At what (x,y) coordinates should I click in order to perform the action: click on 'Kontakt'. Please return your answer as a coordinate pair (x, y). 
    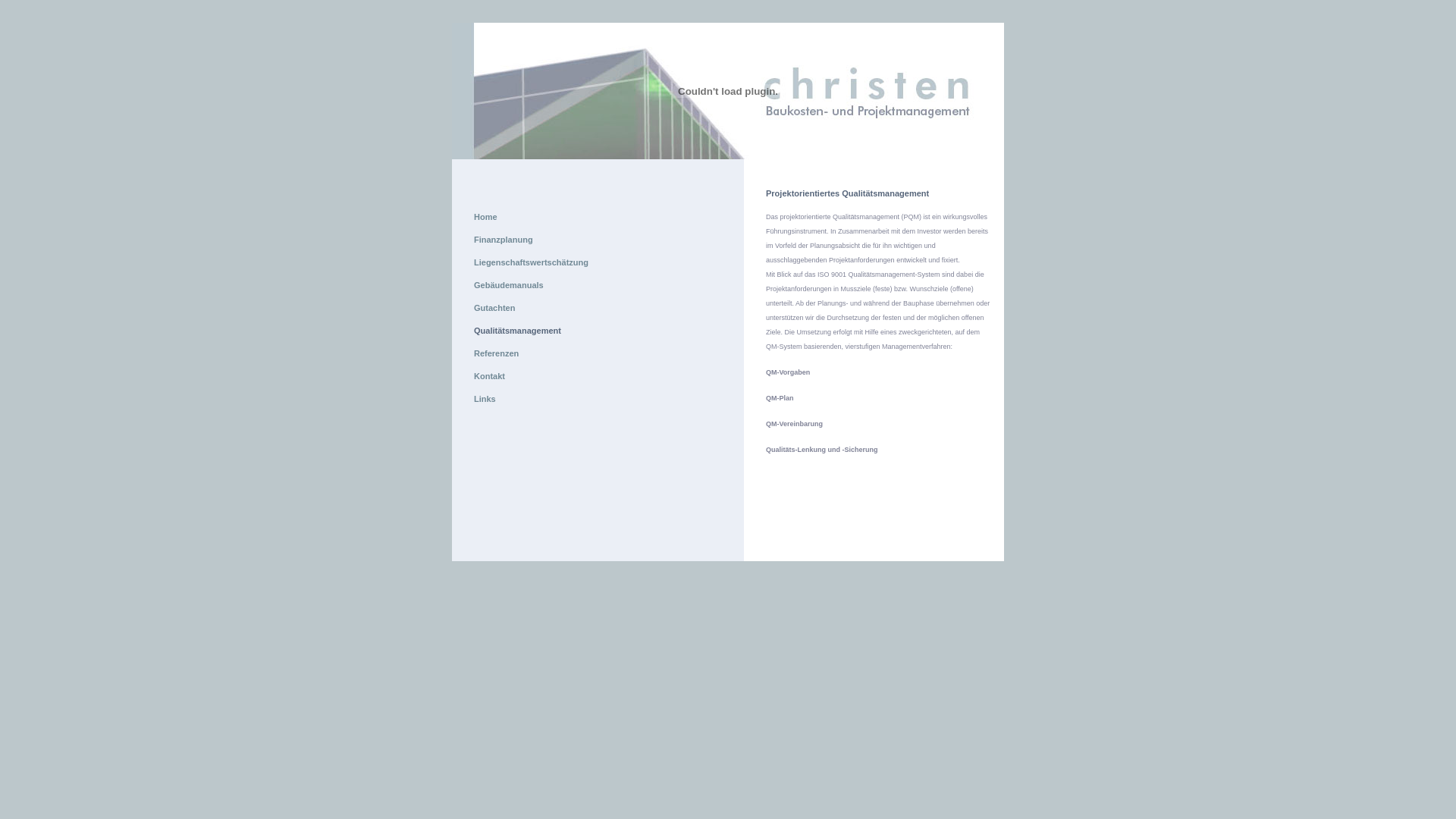
    Looking at the image, I should click on (472, 375).